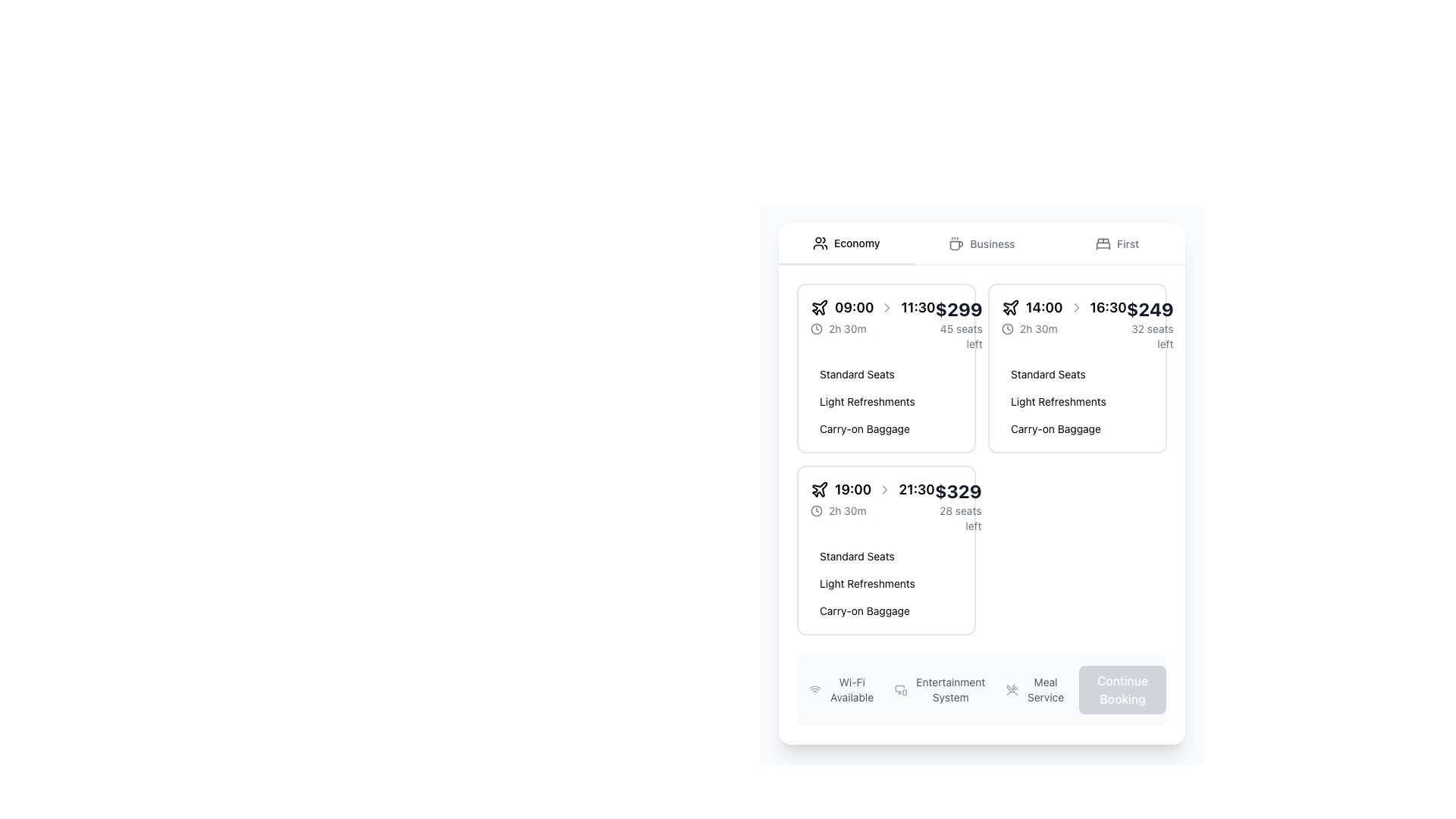  What do you see at coordinates (1057, 400) in the screenshot?
I see `the 'Light Refreshments' text label, which is styled with a light blue background and blue text, located in the flight information section under the details for the flight departing at 14:00` at bounding box center [1057, 400].